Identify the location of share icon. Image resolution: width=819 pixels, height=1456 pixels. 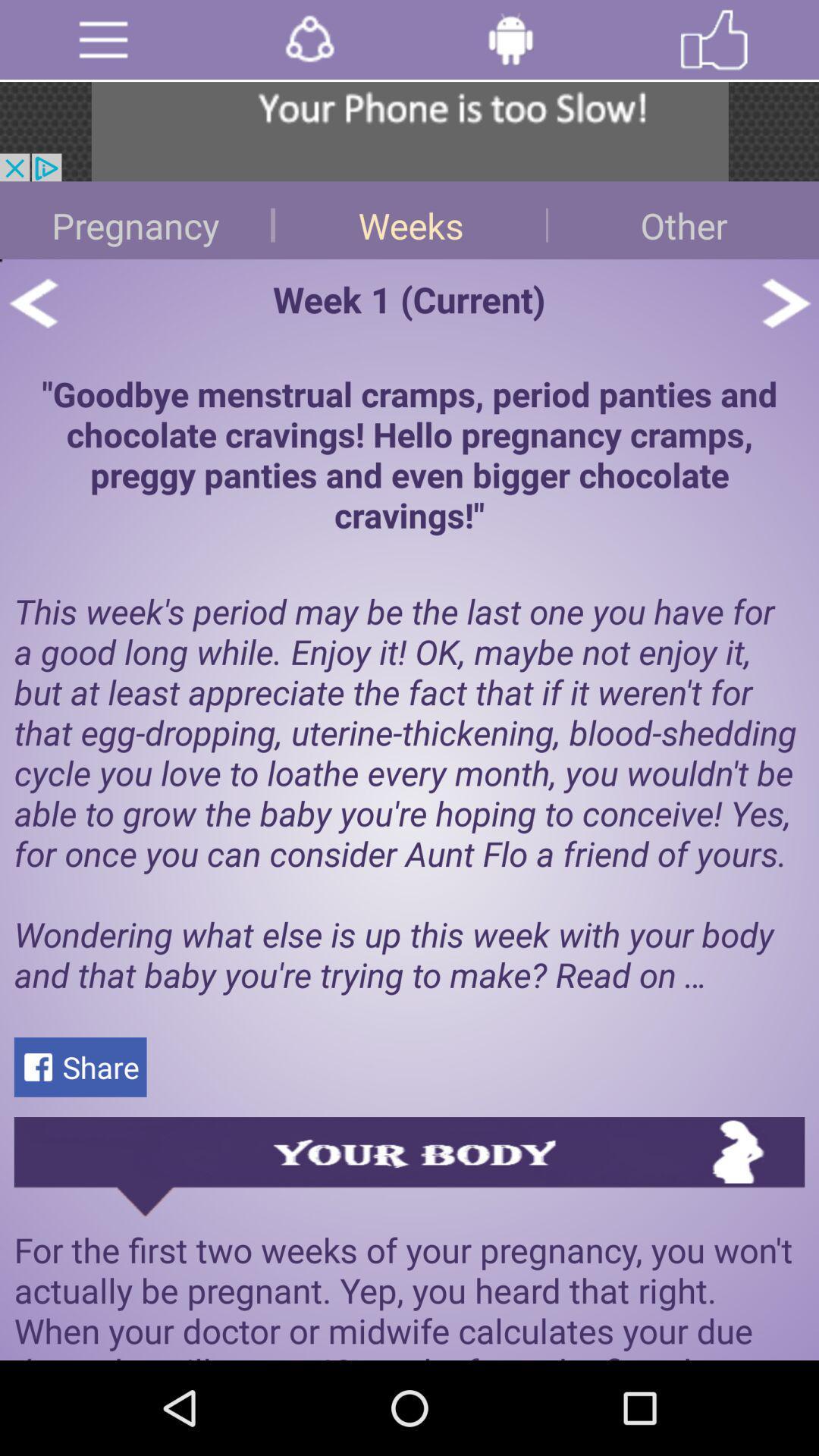
(309, 39).